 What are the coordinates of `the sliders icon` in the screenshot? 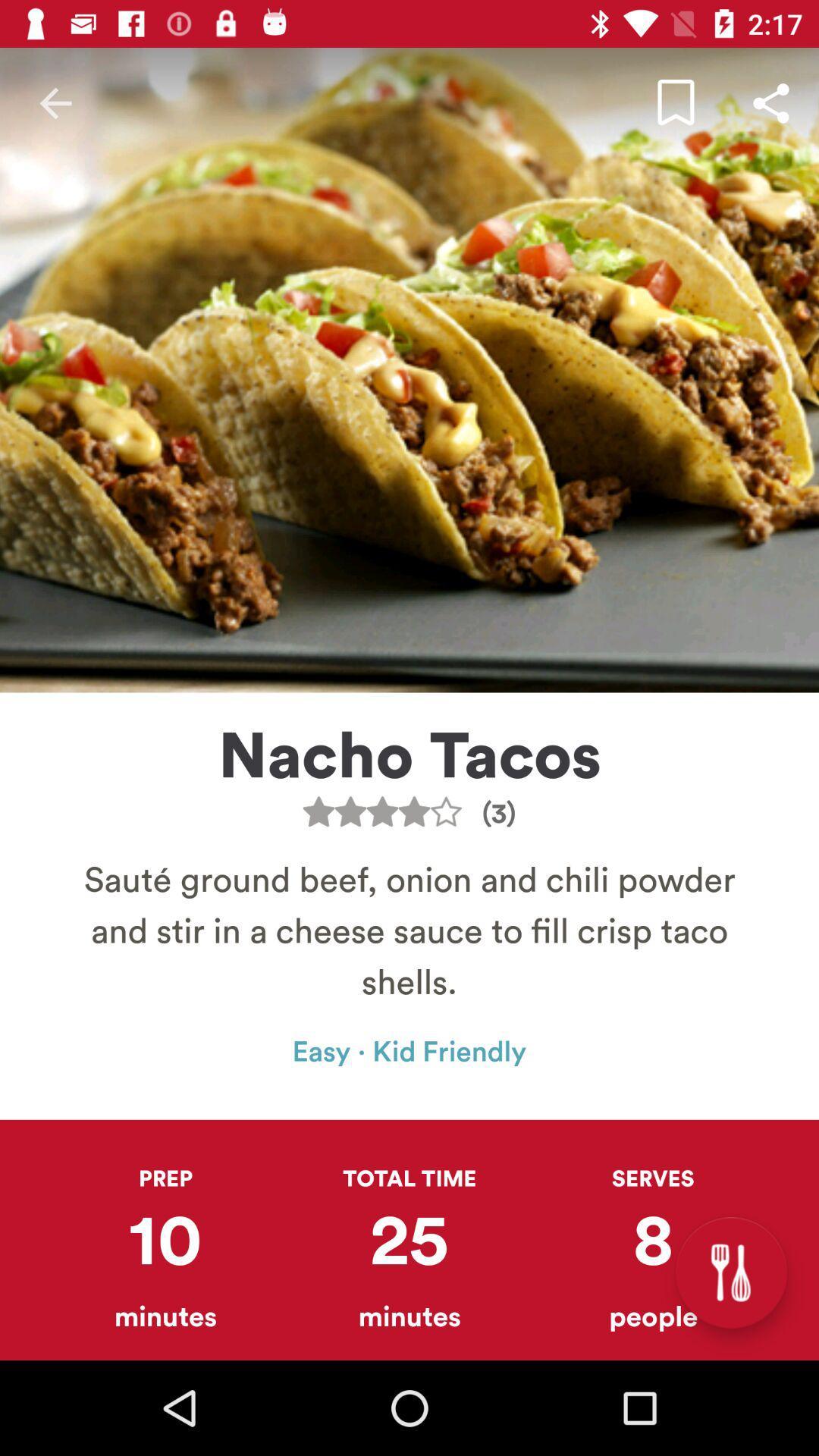 It's located at (730, 1272).